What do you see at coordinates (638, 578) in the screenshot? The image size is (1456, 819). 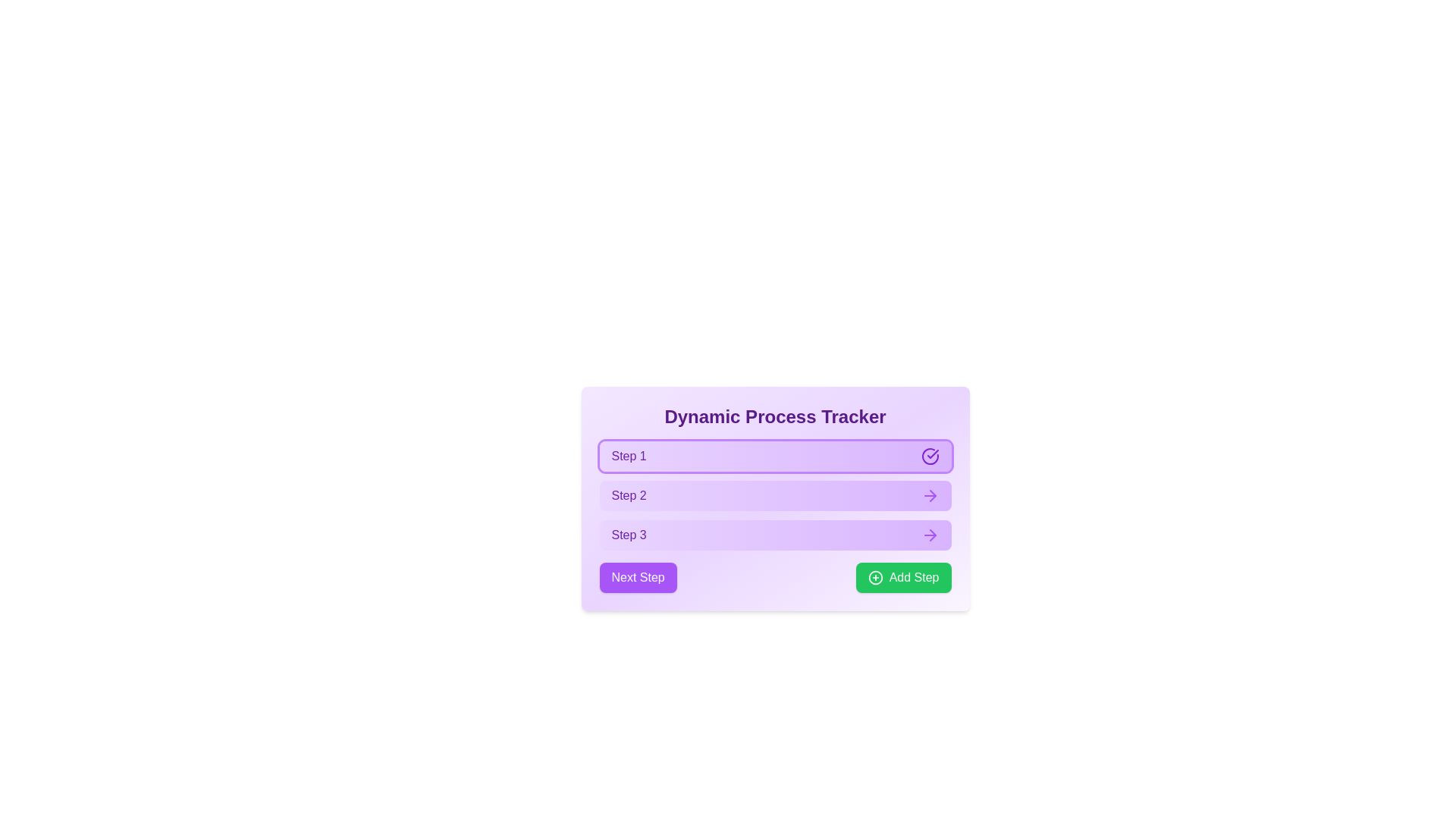 I see `the 'Next Step' button, which has a vibrant purple background and white bold text, to observe the hover effect` at bounding box center [638, 578].